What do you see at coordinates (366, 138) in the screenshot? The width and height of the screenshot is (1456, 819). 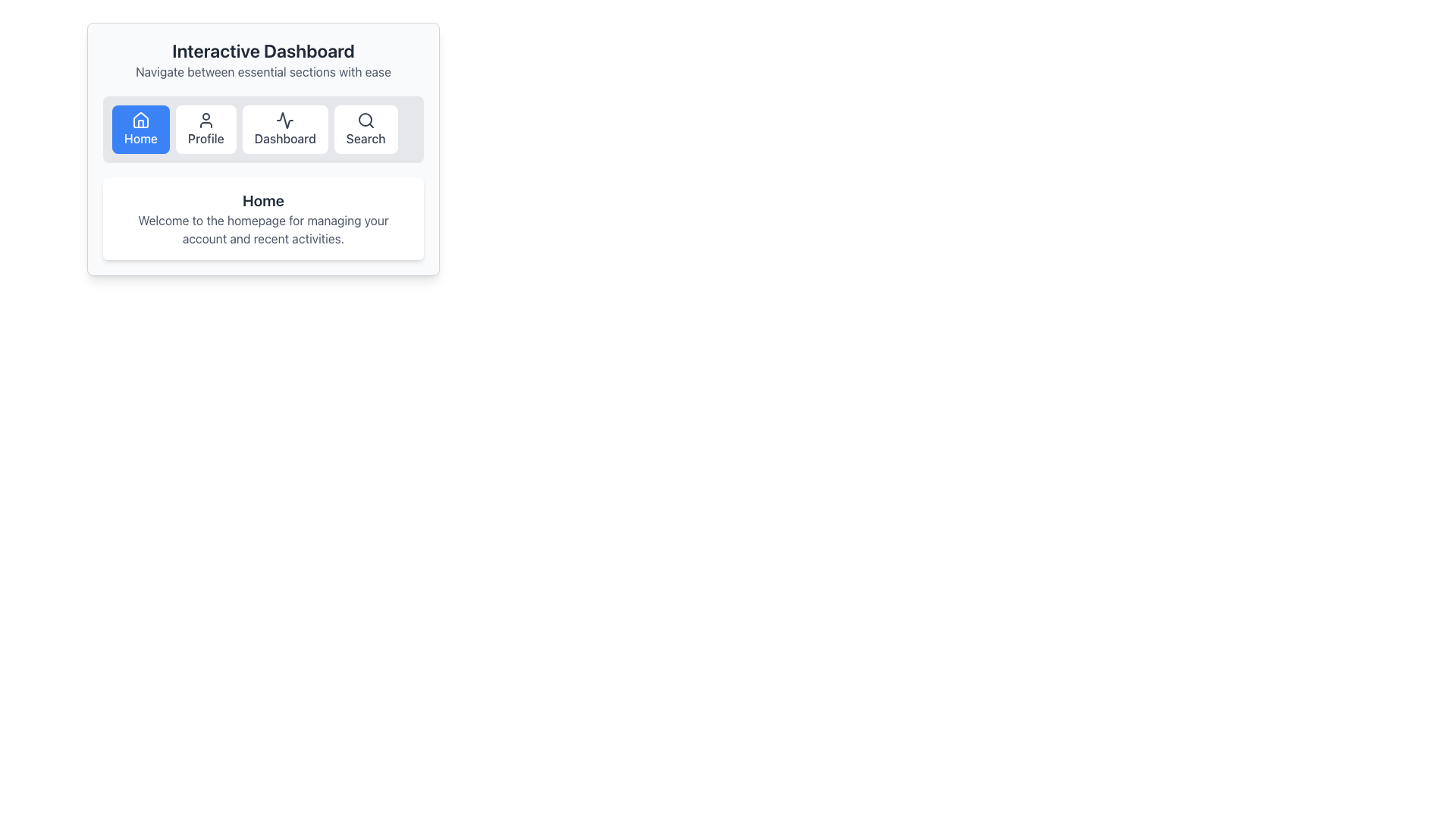 I see `the text label that describes the search icon, located in the upper-right section of the interface, immediately below and slightly to the right of the search icon` at bounding box center [366, 138].